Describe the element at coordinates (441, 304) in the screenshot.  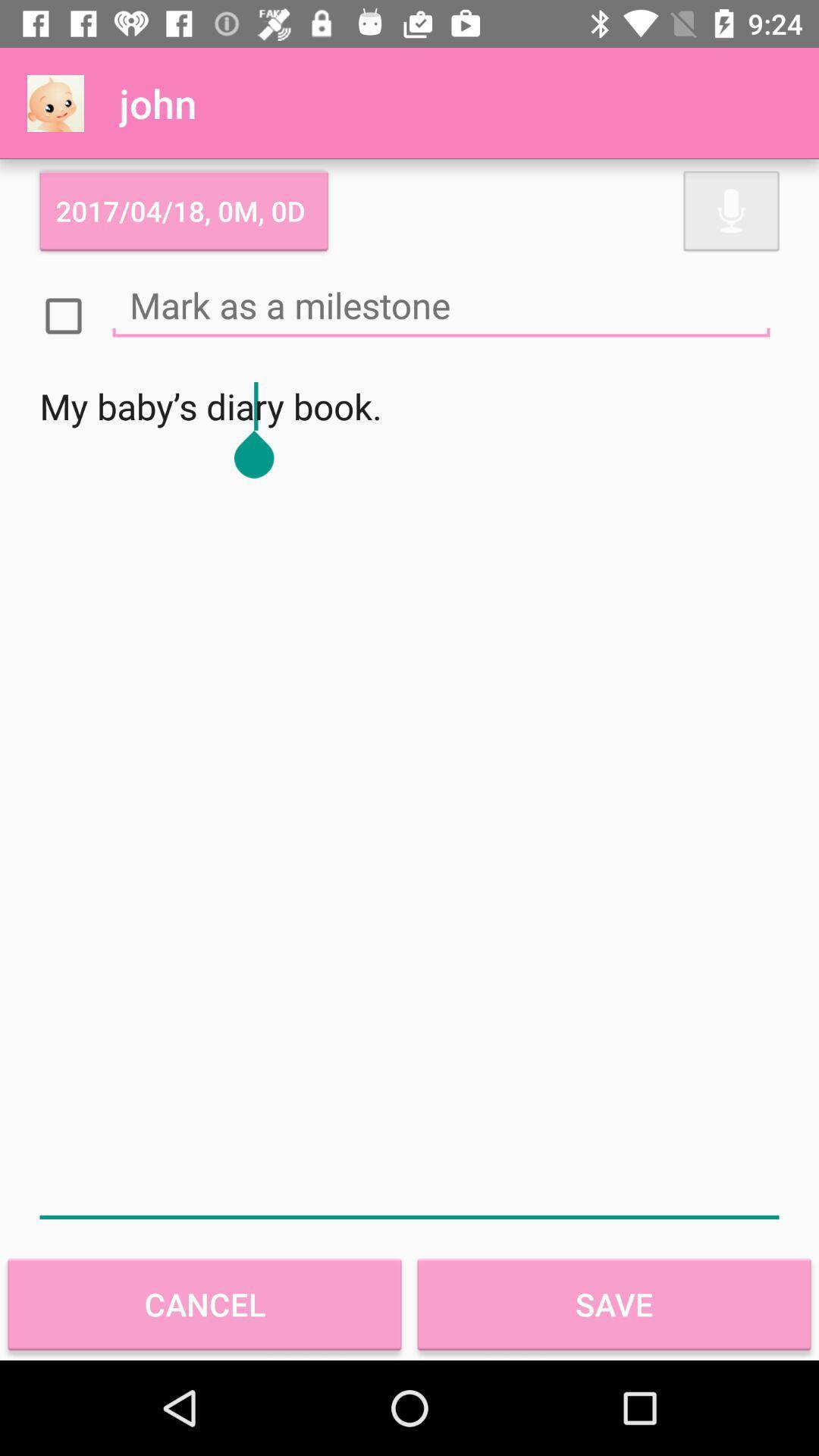
I see `notes typing option` at that location.